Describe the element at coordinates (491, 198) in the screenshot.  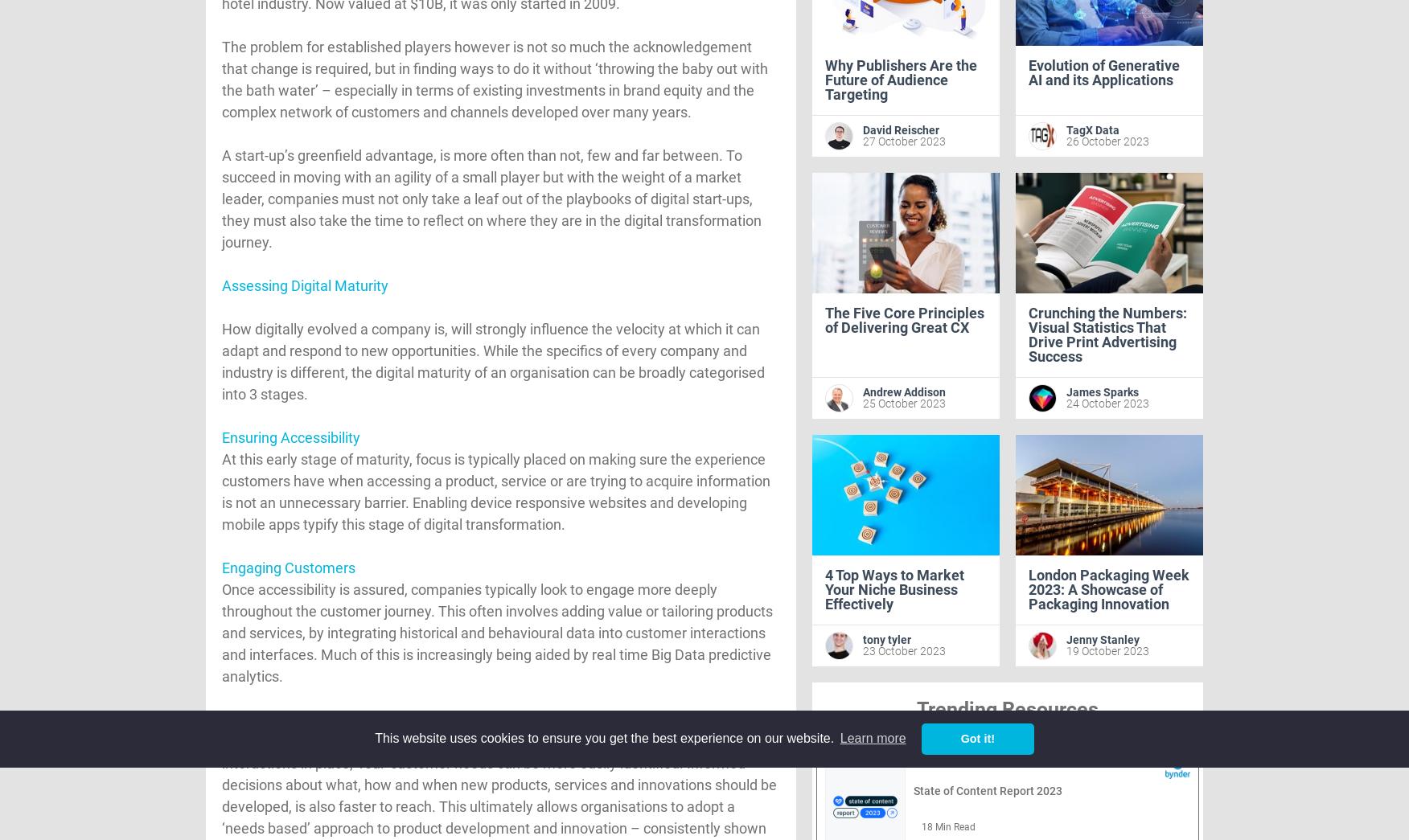
I see `'A start-up’s greenfield advantage, is more often than not, few and far between. To succeed in moving with an agility of a small player but with the weight of a market leader, companies must not only take a leaf out of the playbooks of digital start-ups, they must also take the time to reflect on where they are in the digital transformation journey.'` at that location.